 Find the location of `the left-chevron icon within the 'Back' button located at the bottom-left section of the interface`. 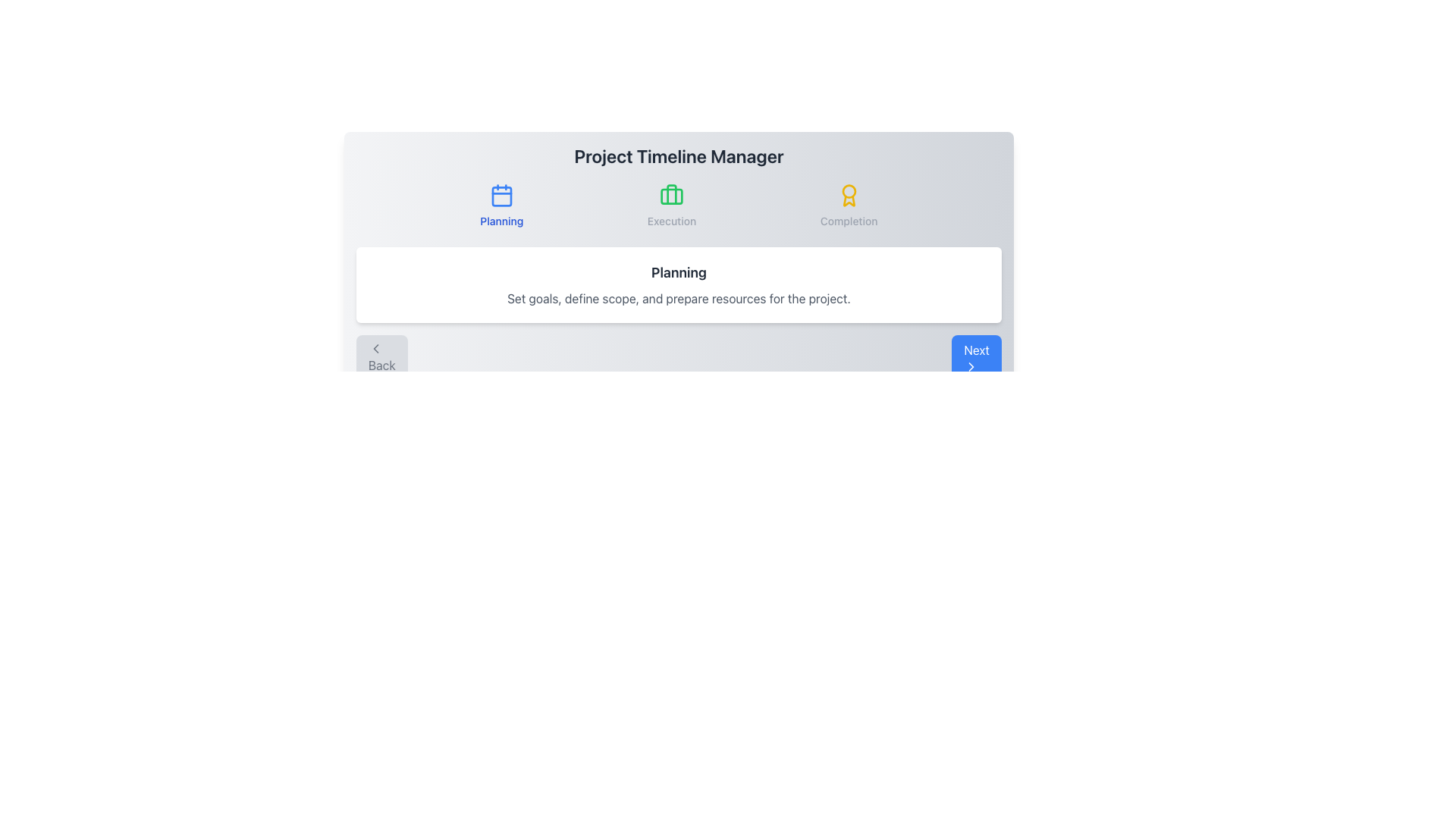

the left-chevron icon within the 'Back' button located at the bottom-left section of the interface is located at coordinates (375, 348).